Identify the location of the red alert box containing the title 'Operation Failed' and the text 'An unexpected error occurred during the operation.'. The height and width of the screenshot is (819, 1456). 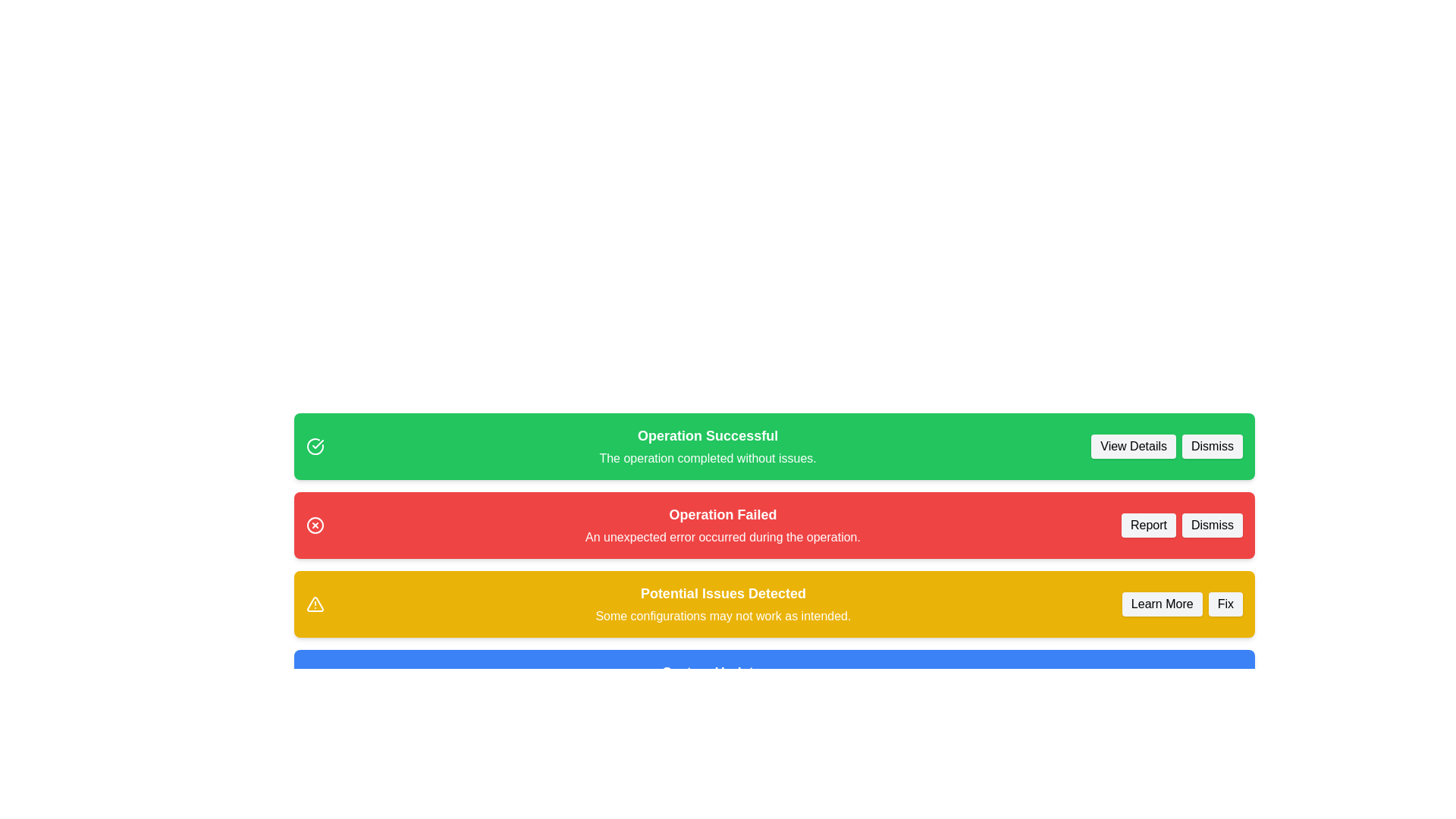
(722, 525).